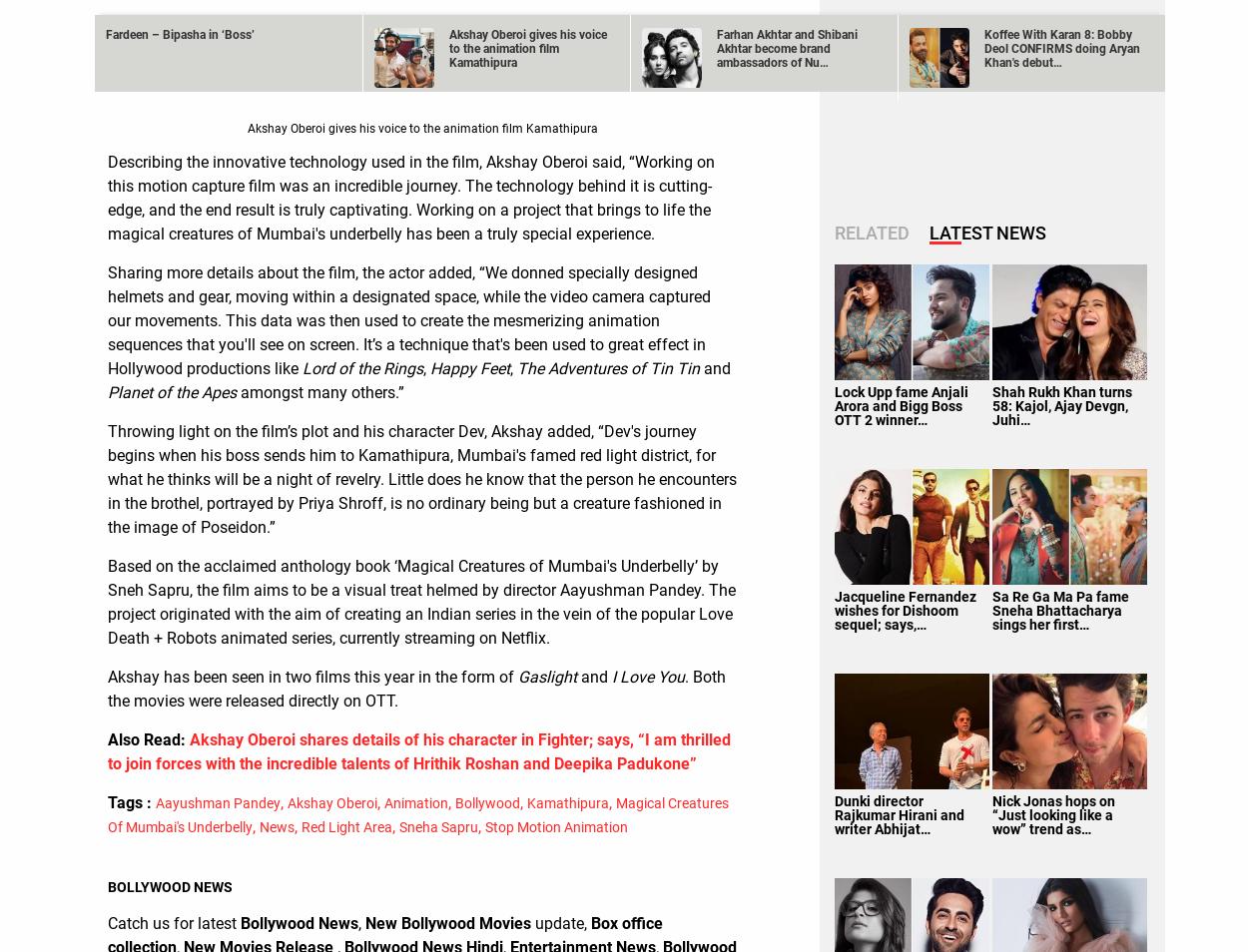 The image size is (1248, 952). Describe the element at coordinates (469, 367) in the screenshot. I see `'Happy Feet'` at that location.